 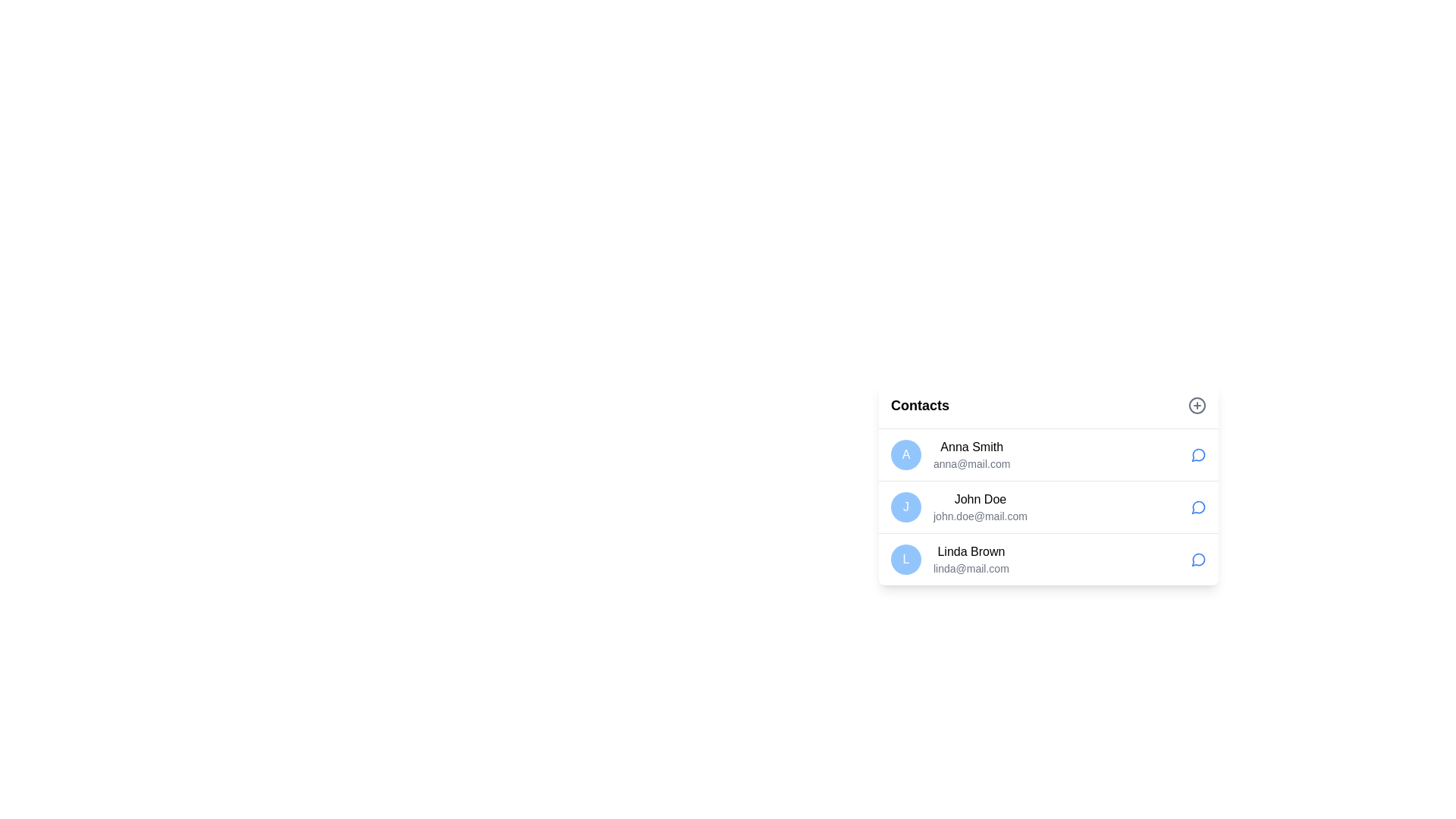 What do you see at coordinates (958, 507) in the screenshot?
I see `the list item featuring a circular avatar with 'J', the name 'John Doe', and the email 'john.doe@mail.com', which is the second contact in the list` at bounding box center [958, 507].